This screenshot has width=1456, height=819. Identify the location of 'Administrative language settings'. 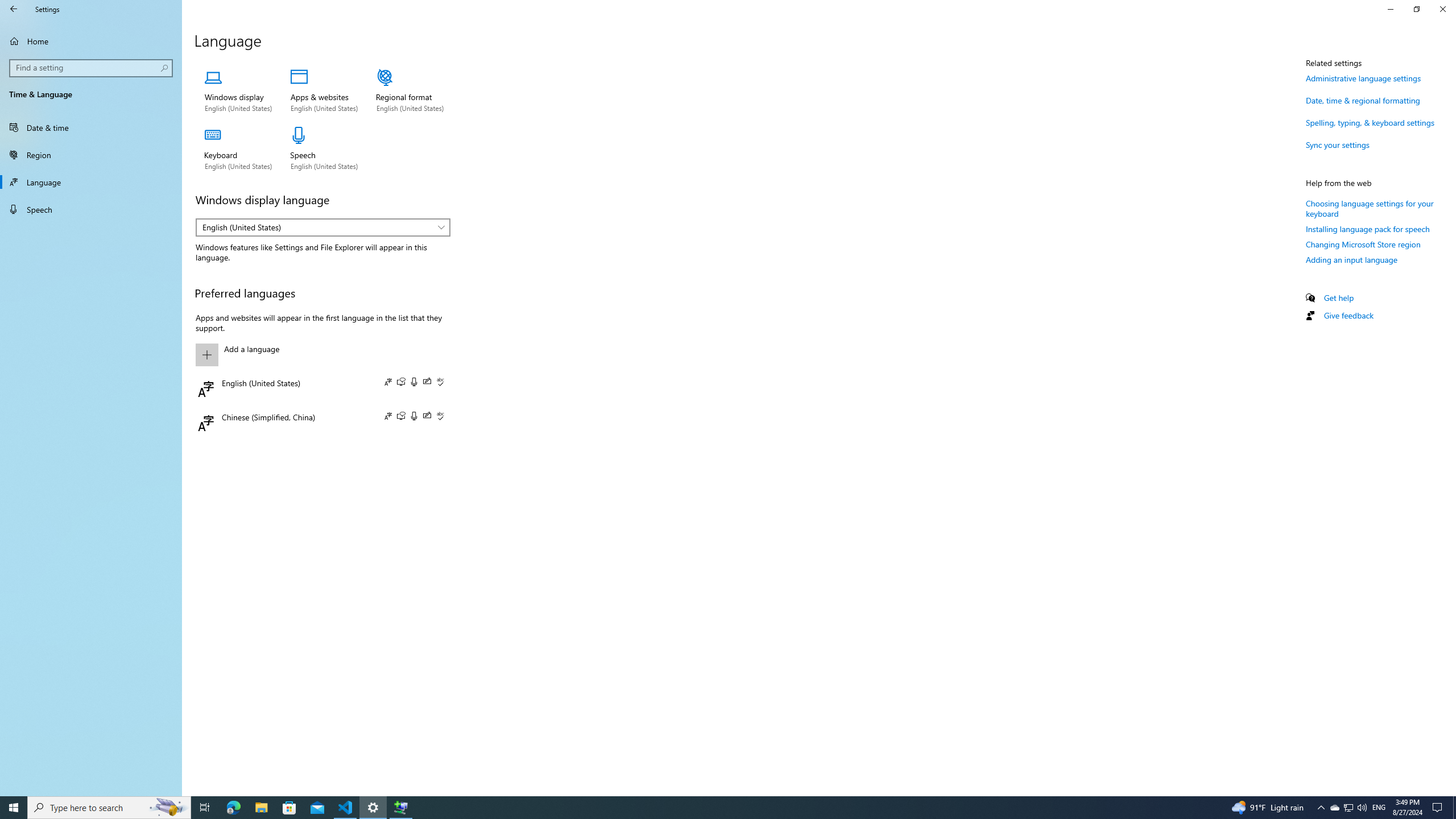
(1363, 78).